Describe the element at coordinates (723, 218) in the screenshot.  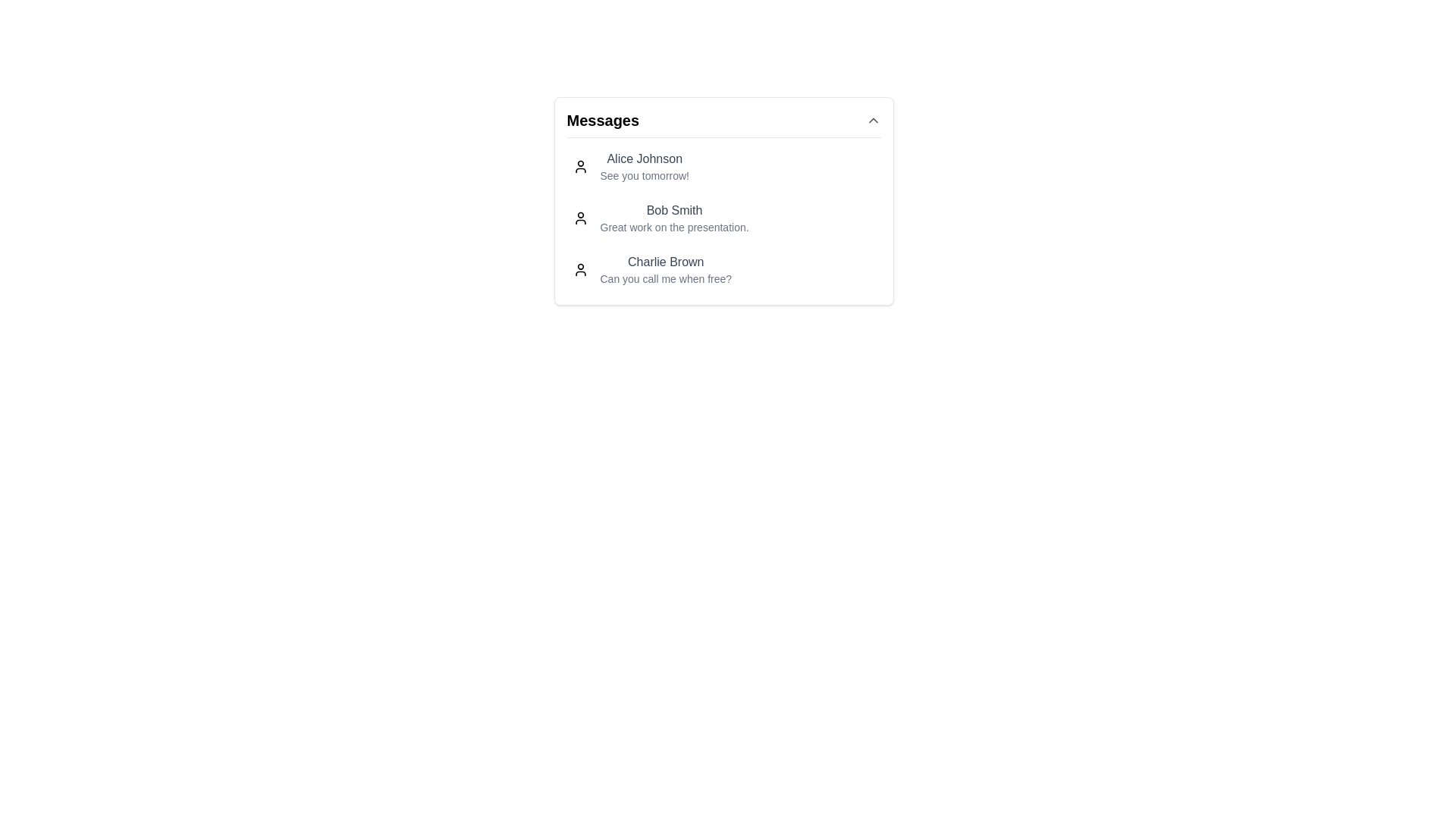
I see `the list of message previews located in the white box titled 'Messages'` at that location.